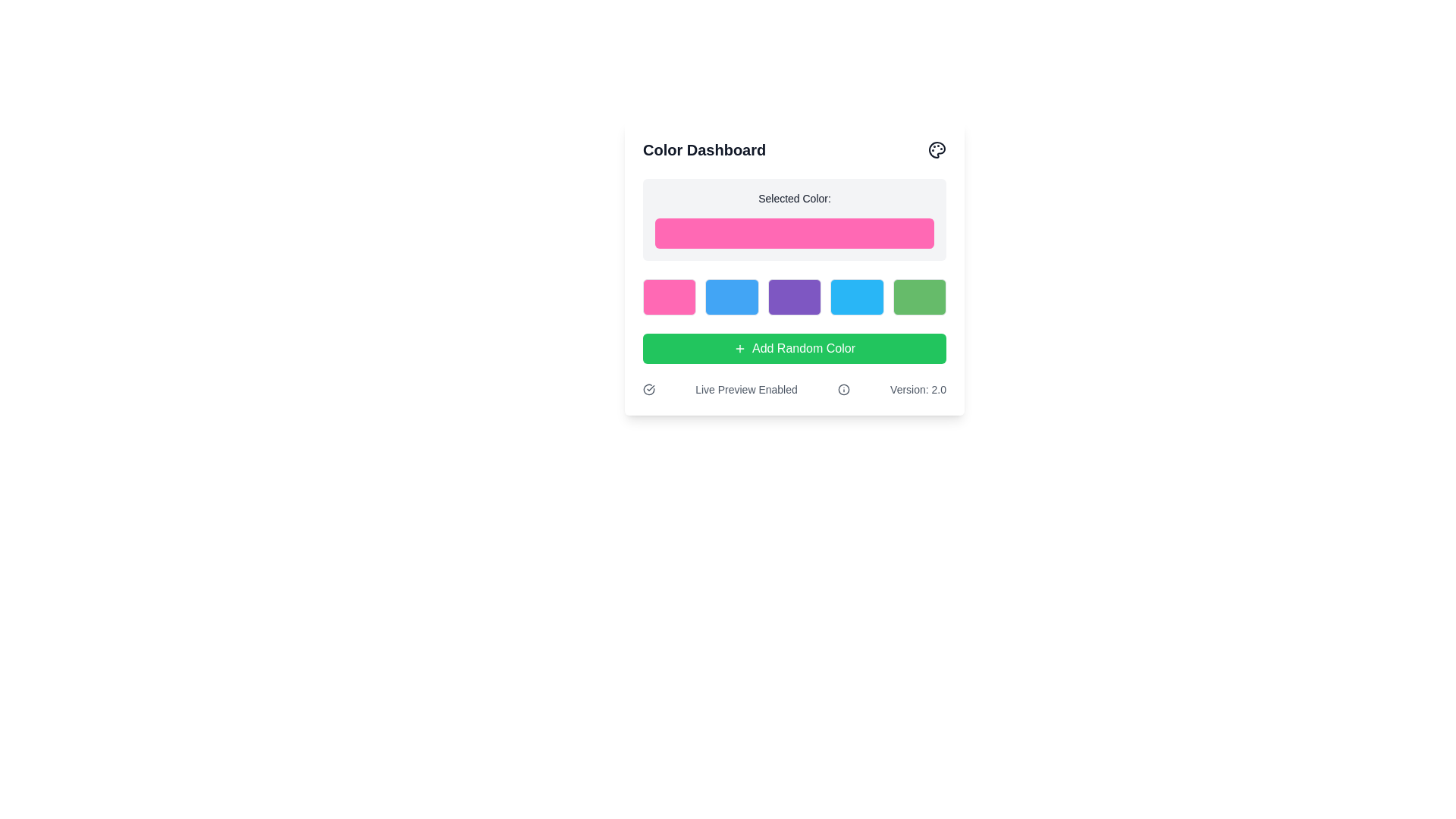 Image resolution: width=1456 pixels, height=819 pixels. I want to click on the circular artist's palette icon located in the top-right corner of the 'Color Dashboard' card interface, so click(937, 149).